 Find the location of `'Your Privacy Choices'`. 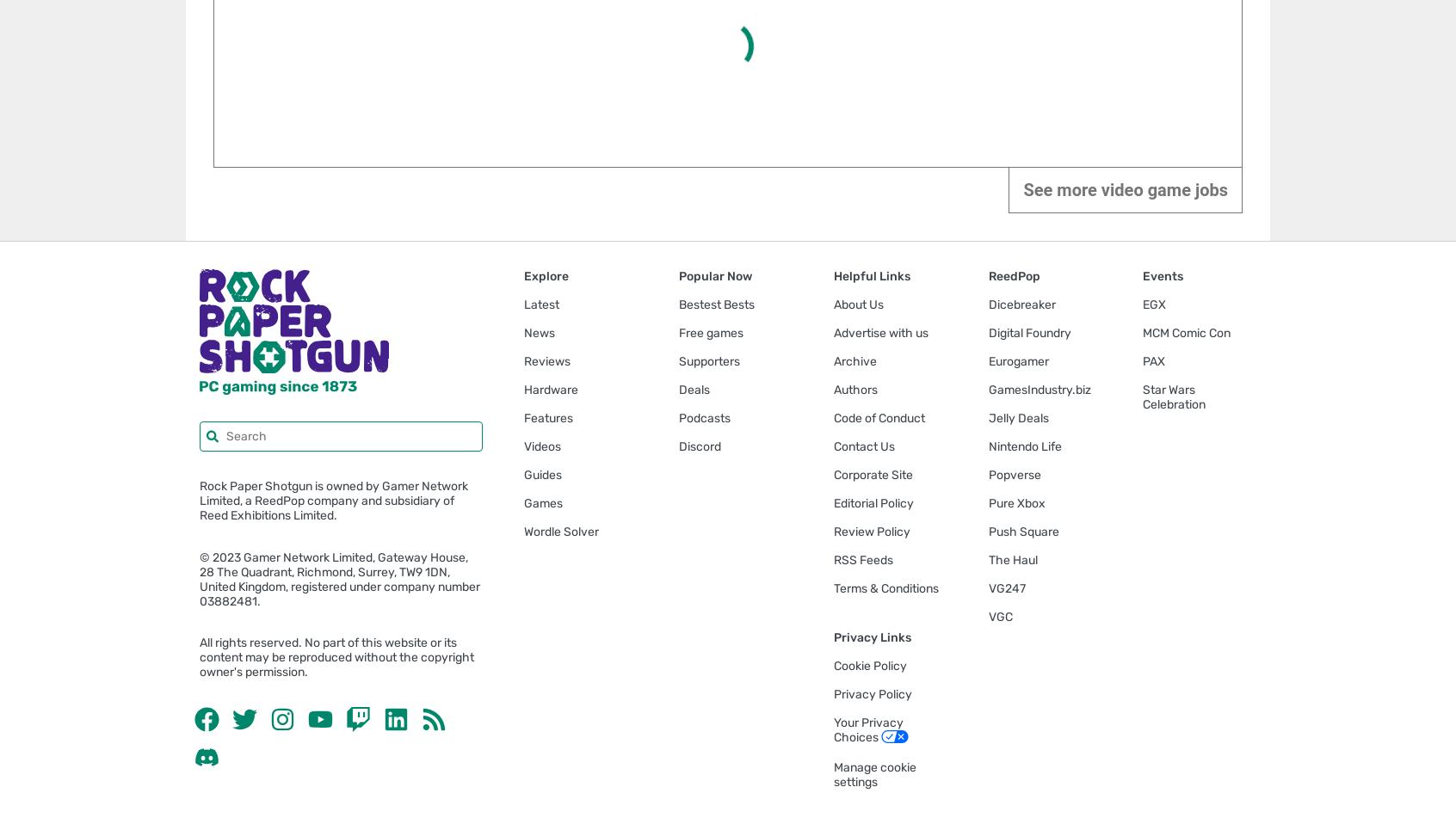

'Your Privacy Choices' is located at coordinates (867, 729).